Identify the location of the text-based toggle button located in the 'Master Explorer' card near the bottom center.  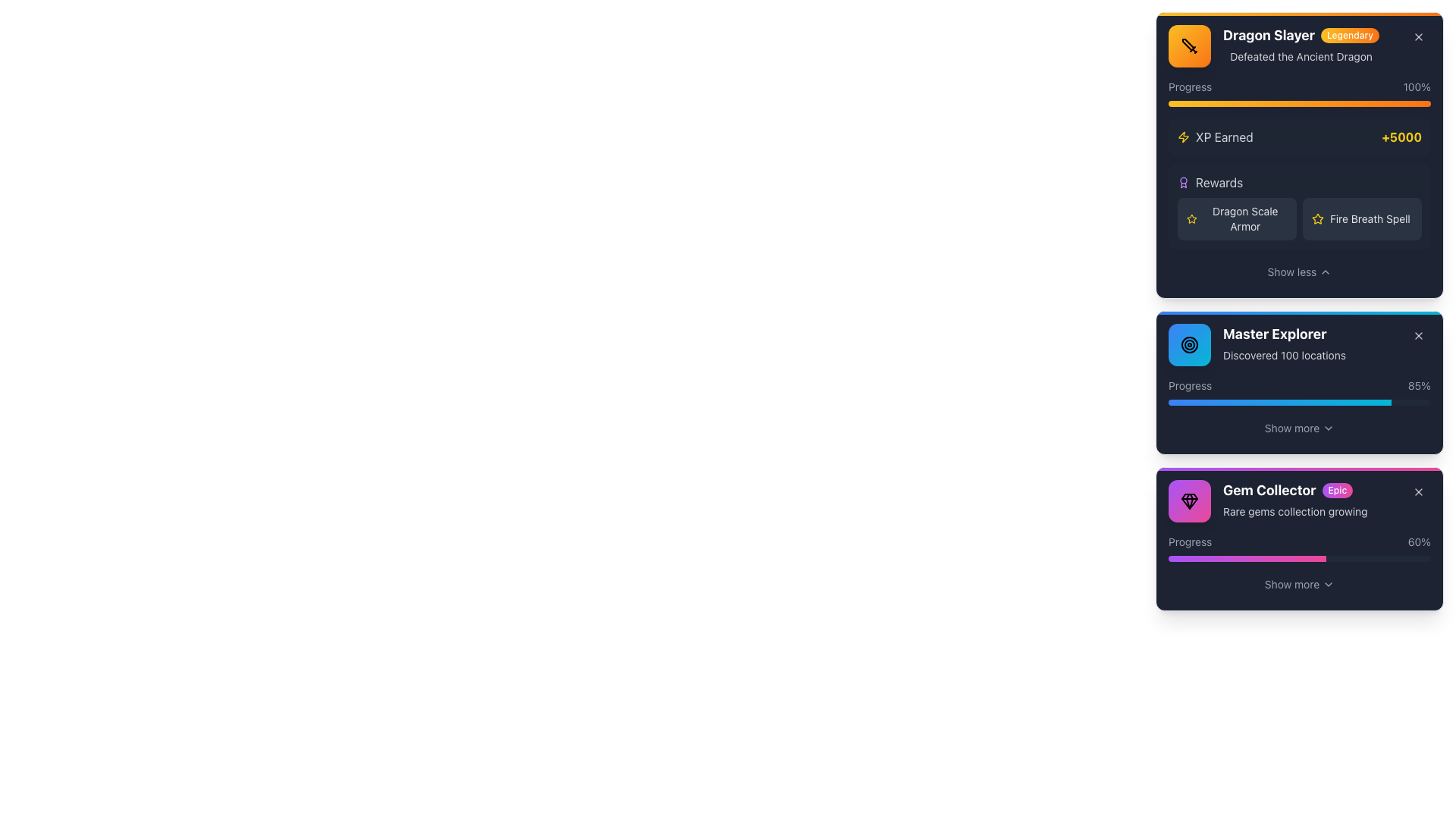
(1291, 428).